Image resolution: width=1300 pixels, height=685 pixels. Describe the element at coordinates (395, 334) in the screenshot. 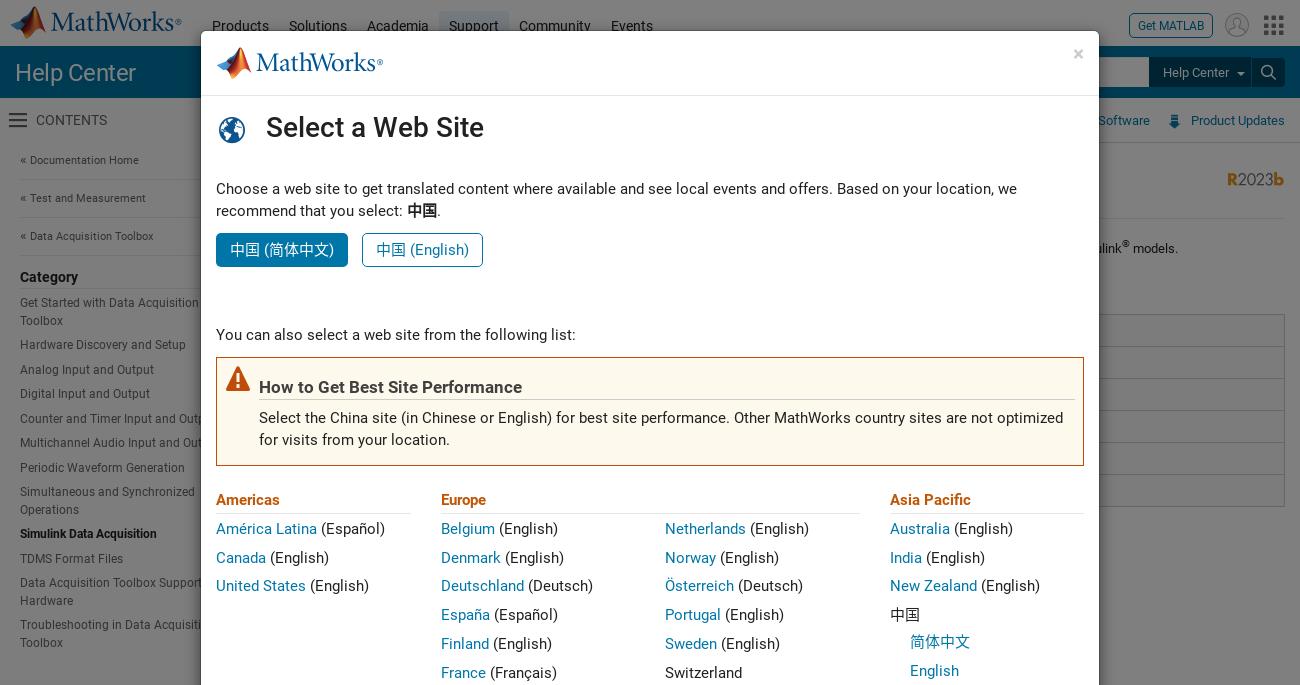

I see `'You can also select a web site from the following list:'` at that location.